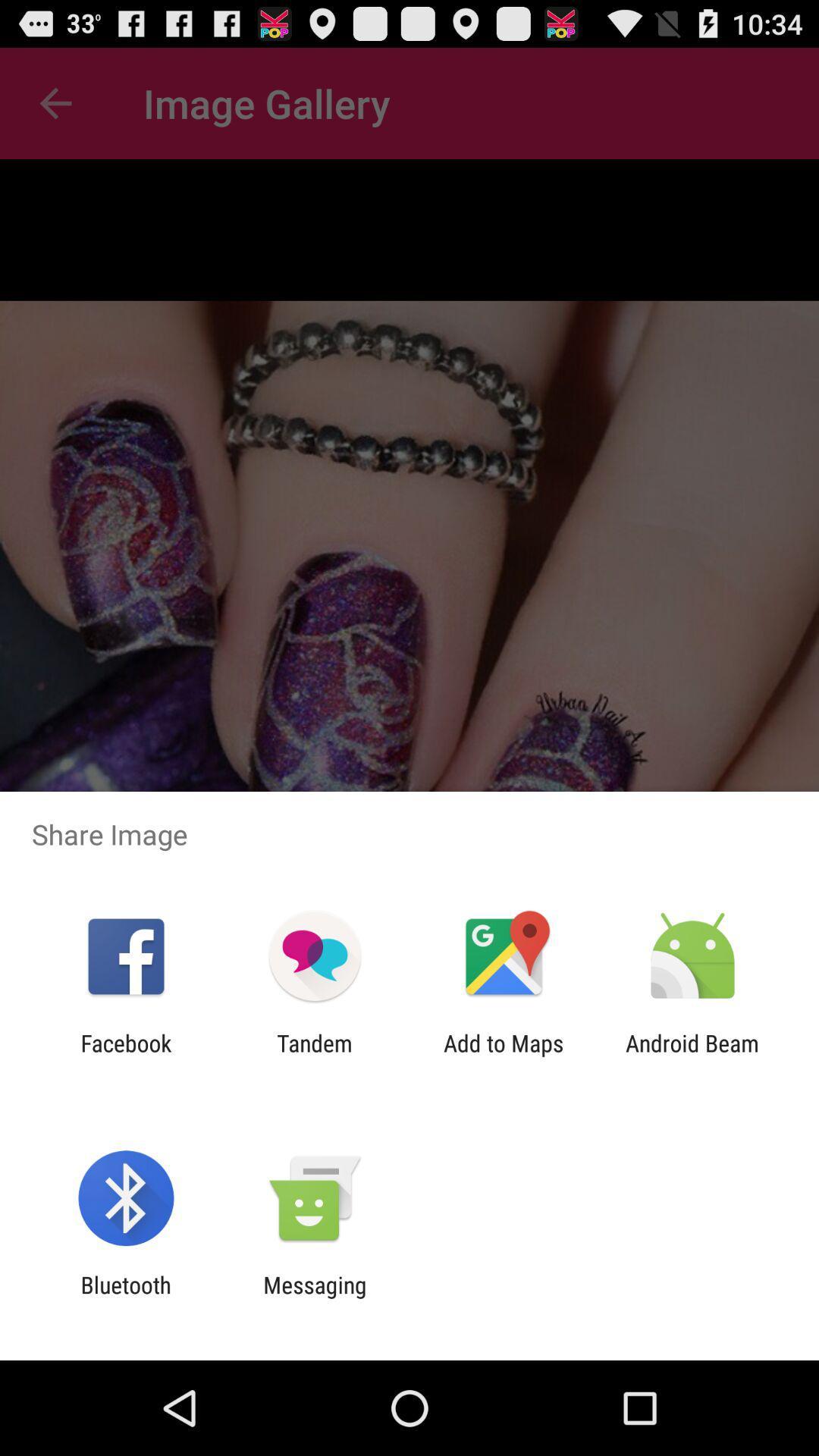 This screenshot has height=1456, width=819. Describe the element at coordinates (314, 1298) in the screenshot. I see `the messaging item` at that location.